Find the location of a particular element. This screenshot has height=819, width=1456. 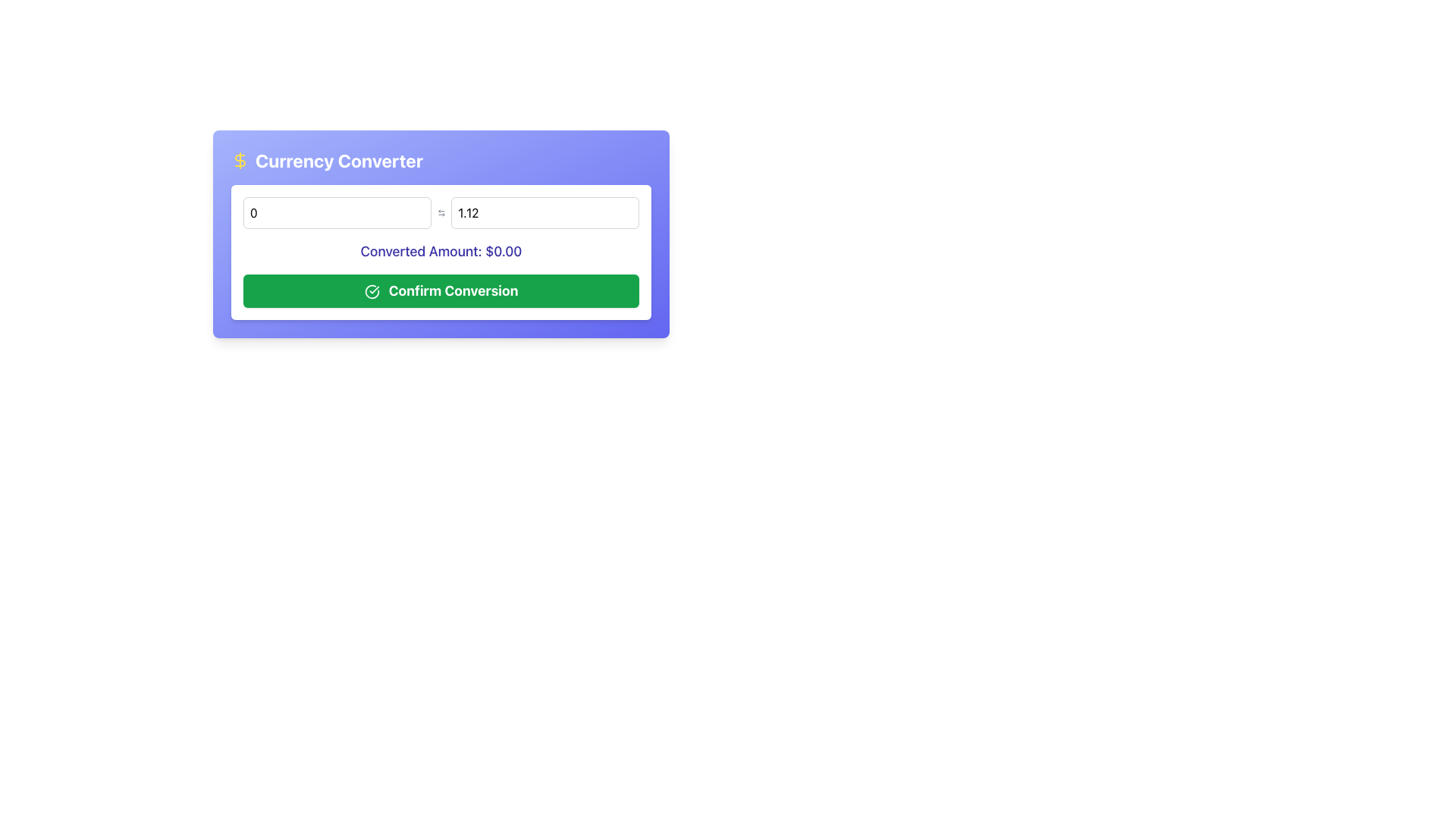

the Static Text element that displays the calculated converted amount, located below the input fields for 'Amount in USD' and 'Conversion Rate', and above the 'Confirm Conversion' button is located at coordinates (440, 250).